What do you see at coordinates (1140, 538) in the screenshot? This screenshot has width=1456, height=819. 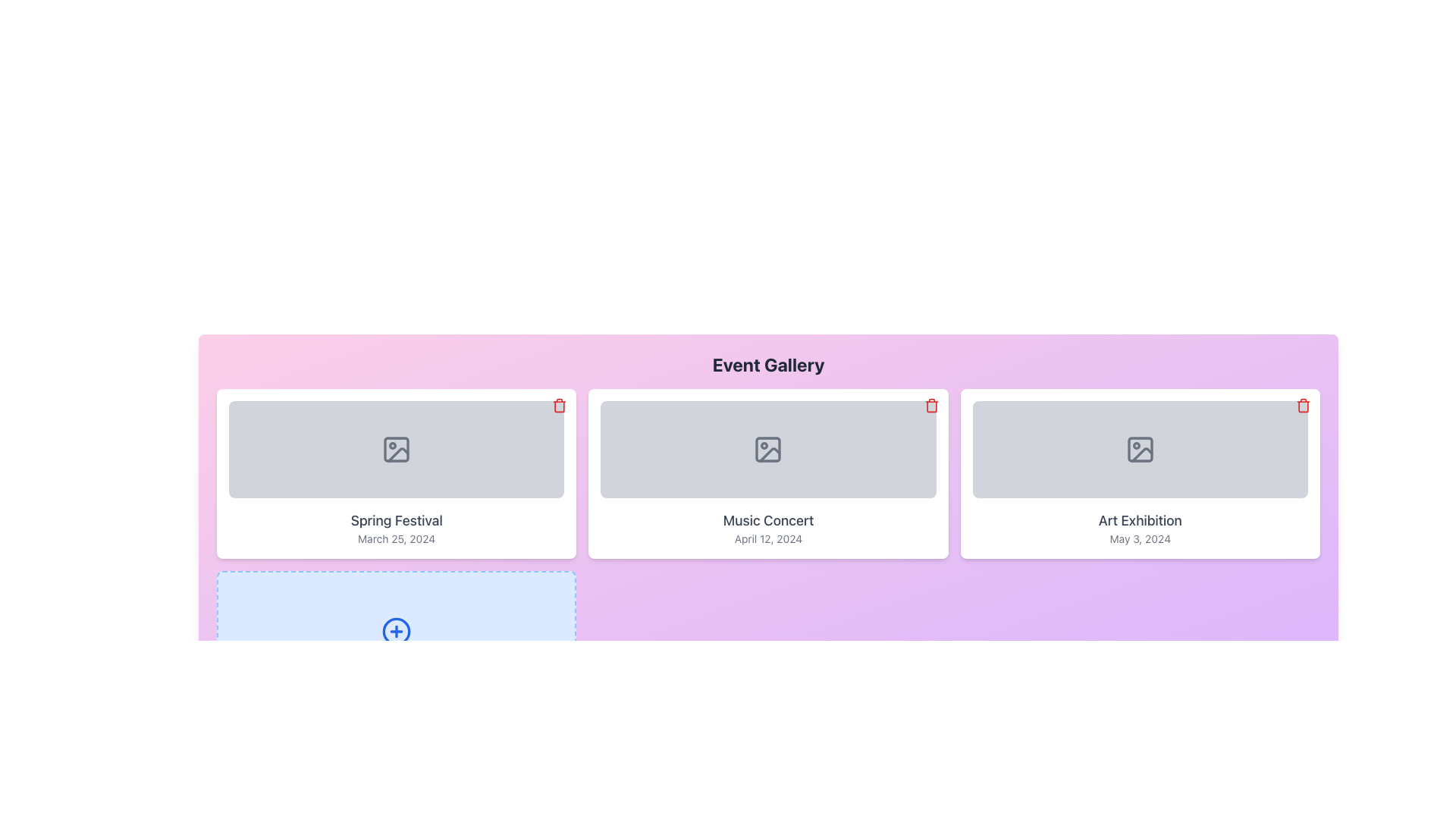 I see `the text label displaying 'May 3, 2024', which is located below the title 'Art Exhibition' in the bottom section of its card` at bounding box center [1140, 538].